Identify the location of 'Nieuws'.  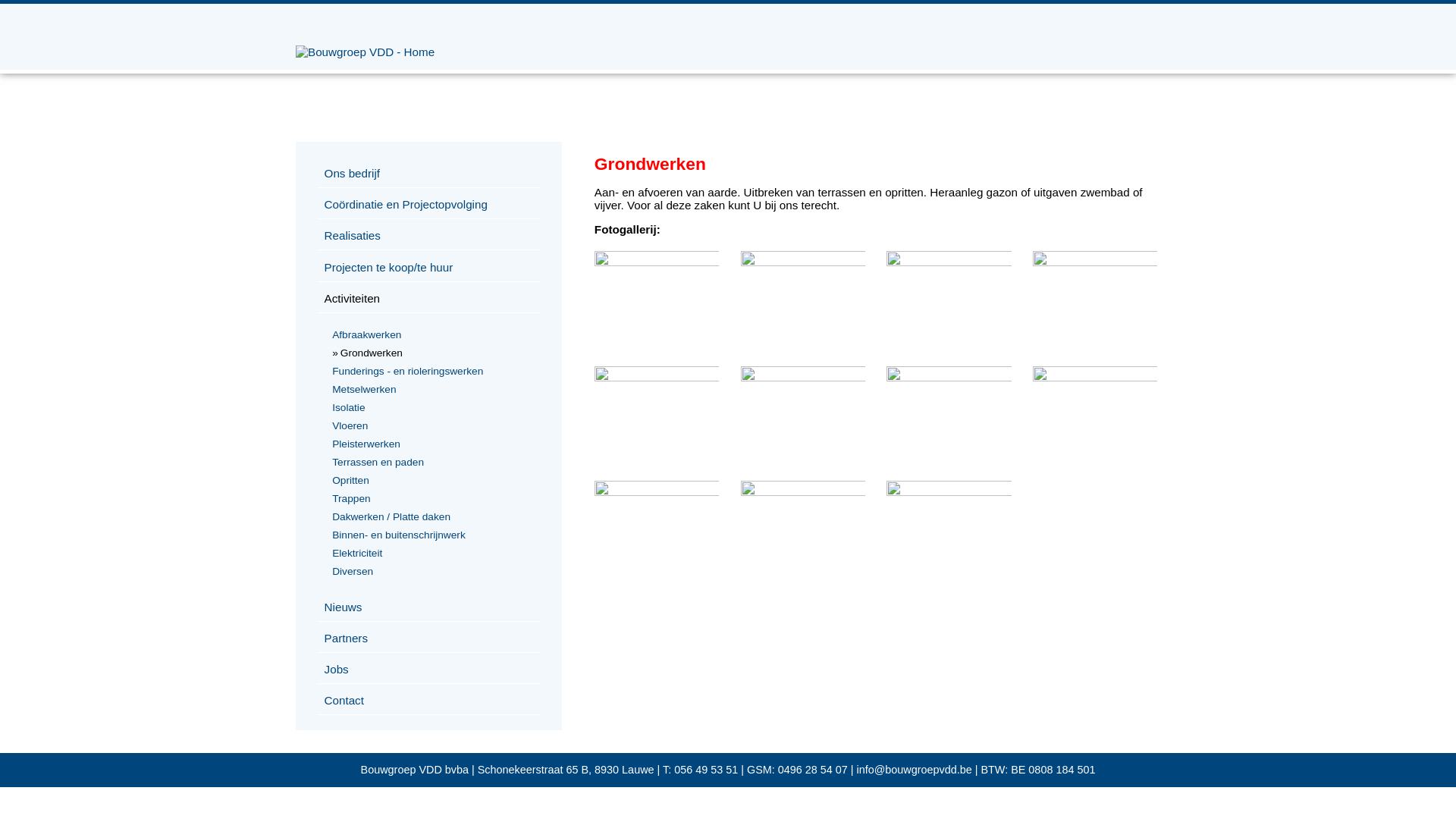
(428, 607).